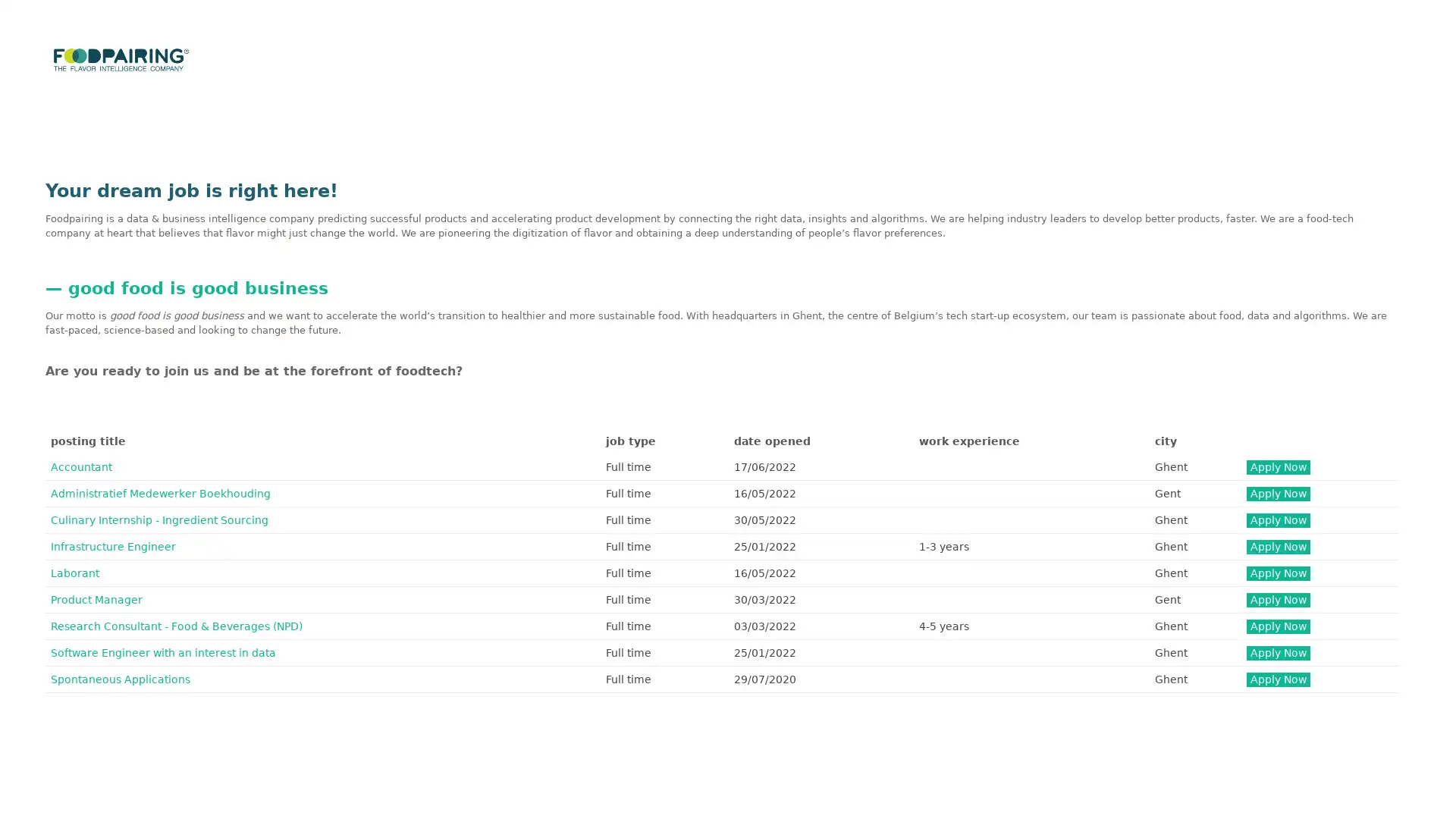  Describe the element at coordinates (1276, 465) in the screenshot. I see `Apply Now` at that location.